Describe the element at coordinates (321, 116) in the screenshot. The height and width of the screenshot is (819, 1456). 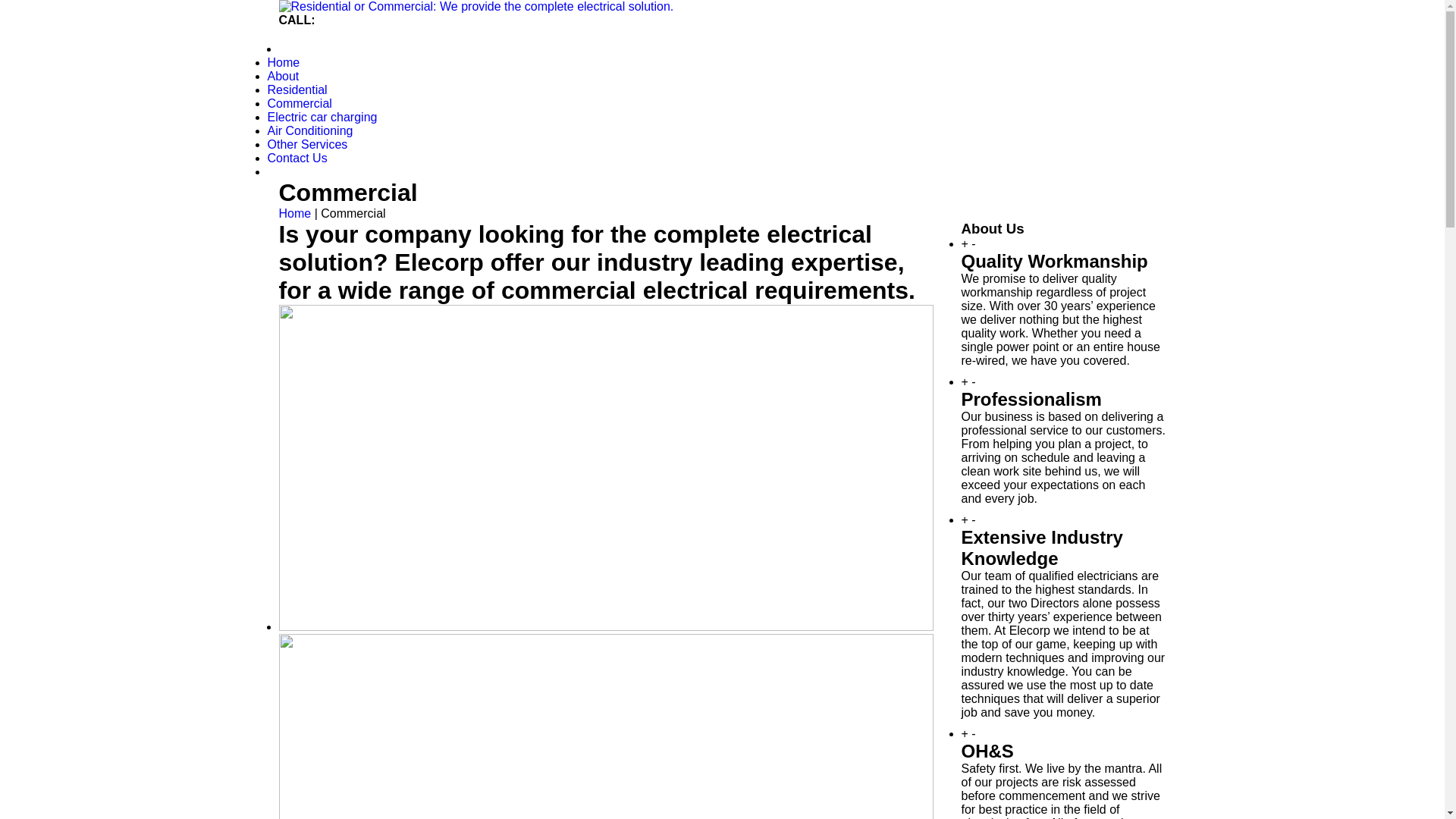
I see `'Electric car charging'` at that location.